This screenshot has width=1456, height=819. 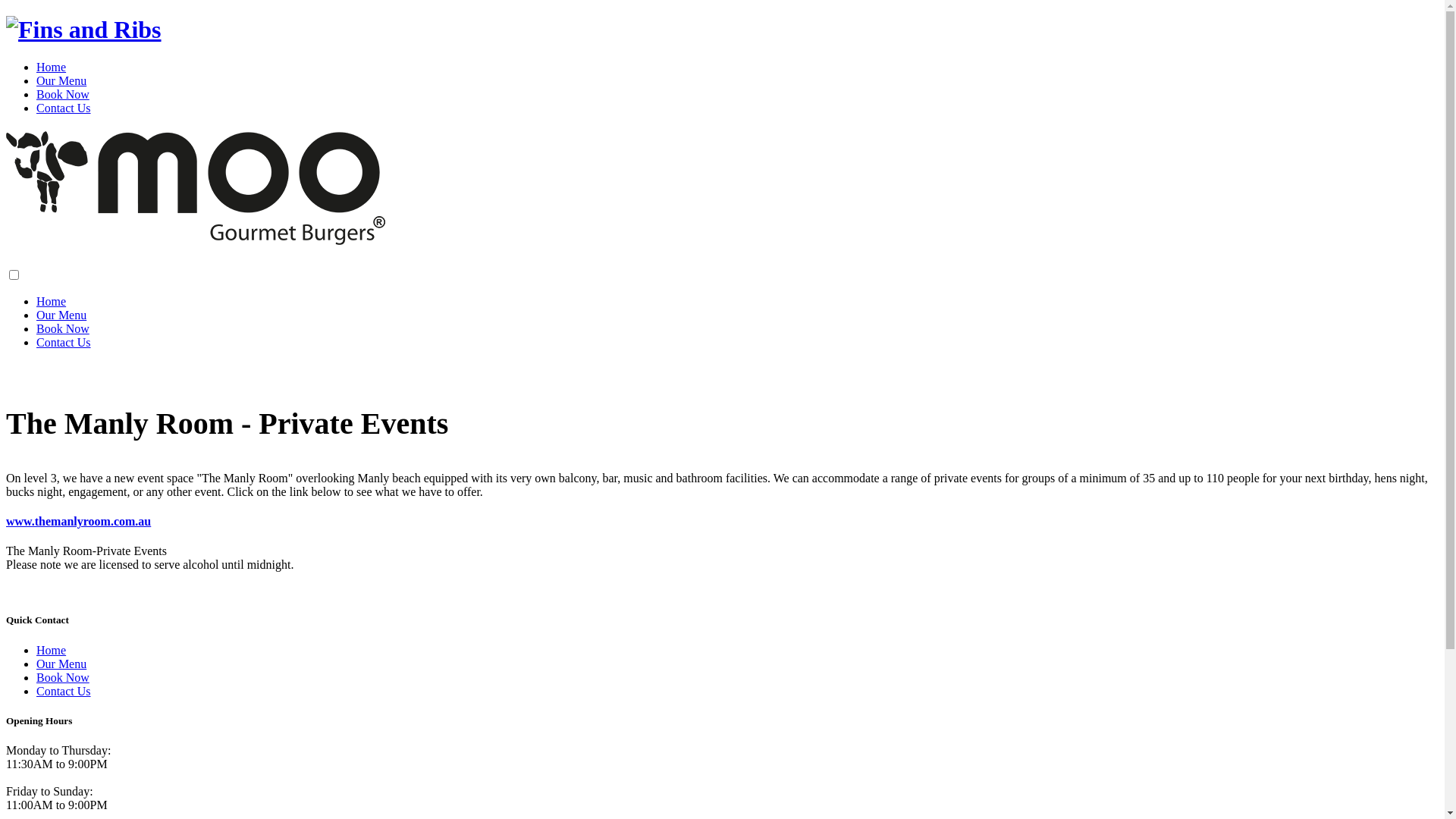 I want to click on 'Home', so click(x=51, y=301).